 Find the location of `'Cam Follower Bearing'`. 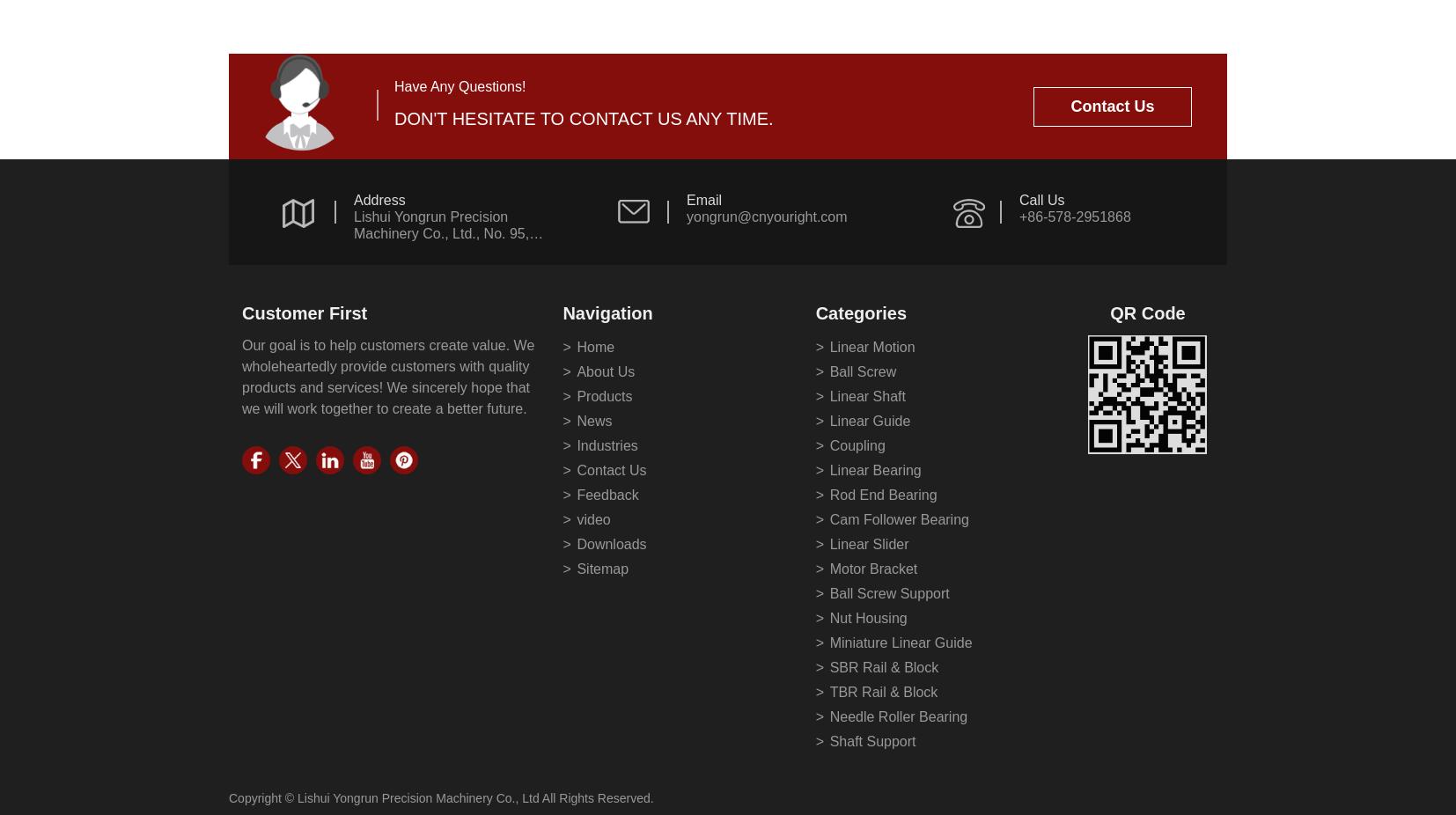

'Cam Follower Bearing' is located at coordinates (898, 518).